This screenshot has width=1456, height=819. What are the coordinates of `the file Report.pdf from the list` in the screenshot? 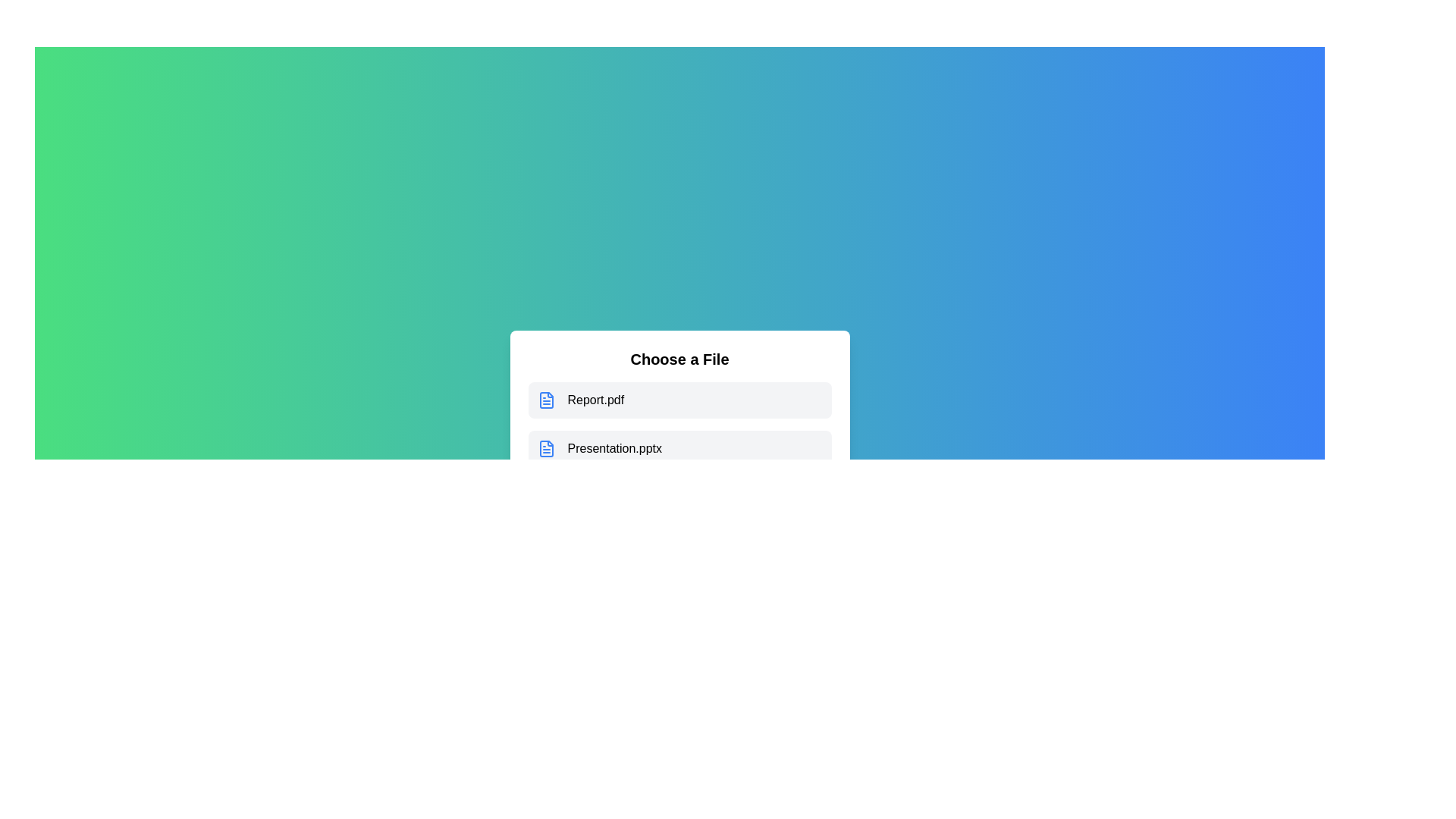 It's located at (679, 400).